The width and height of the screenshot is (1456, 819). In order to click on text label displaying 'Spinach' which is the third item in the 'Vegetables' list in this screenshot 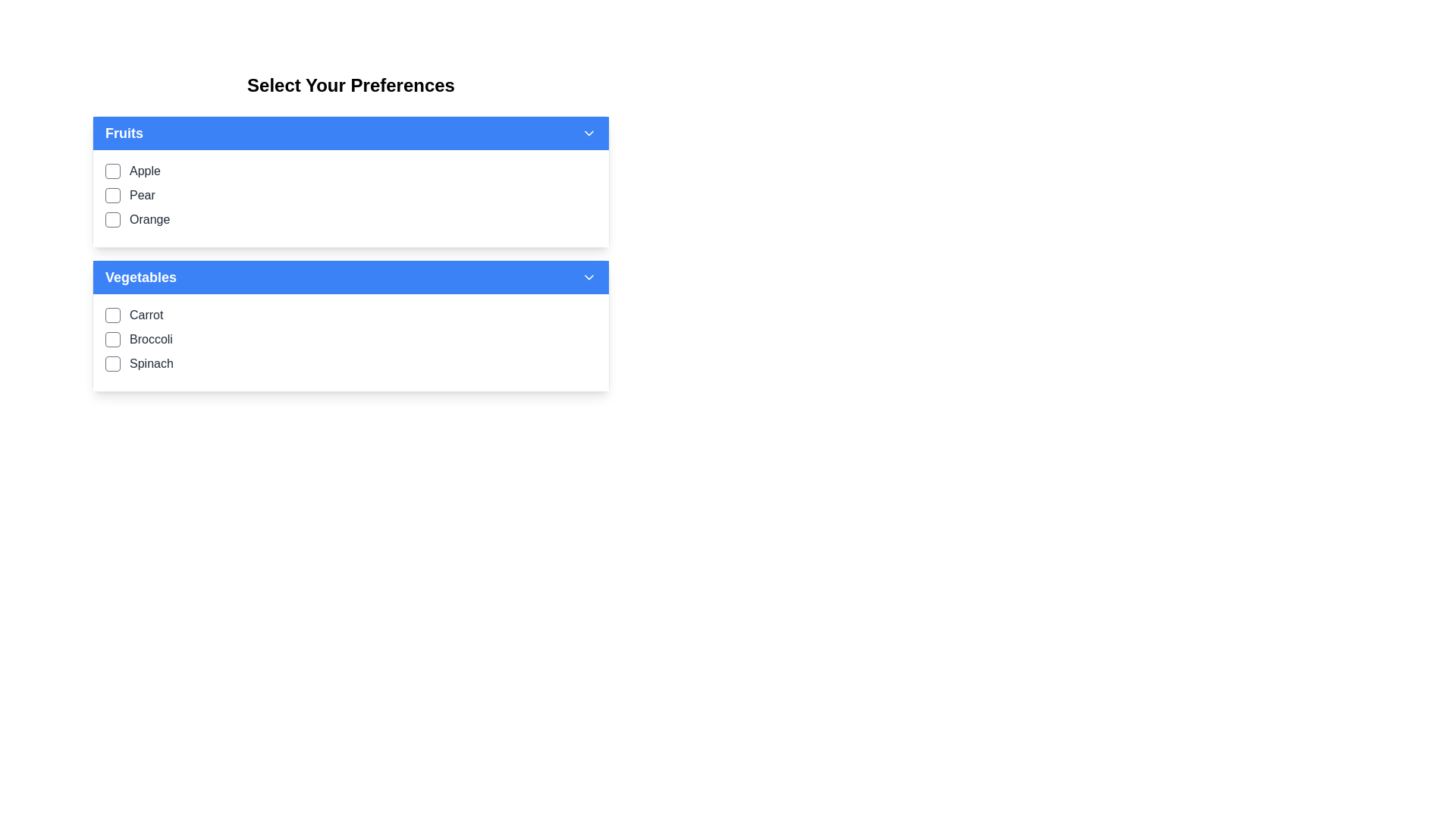, I will do `click(151, 363)`.